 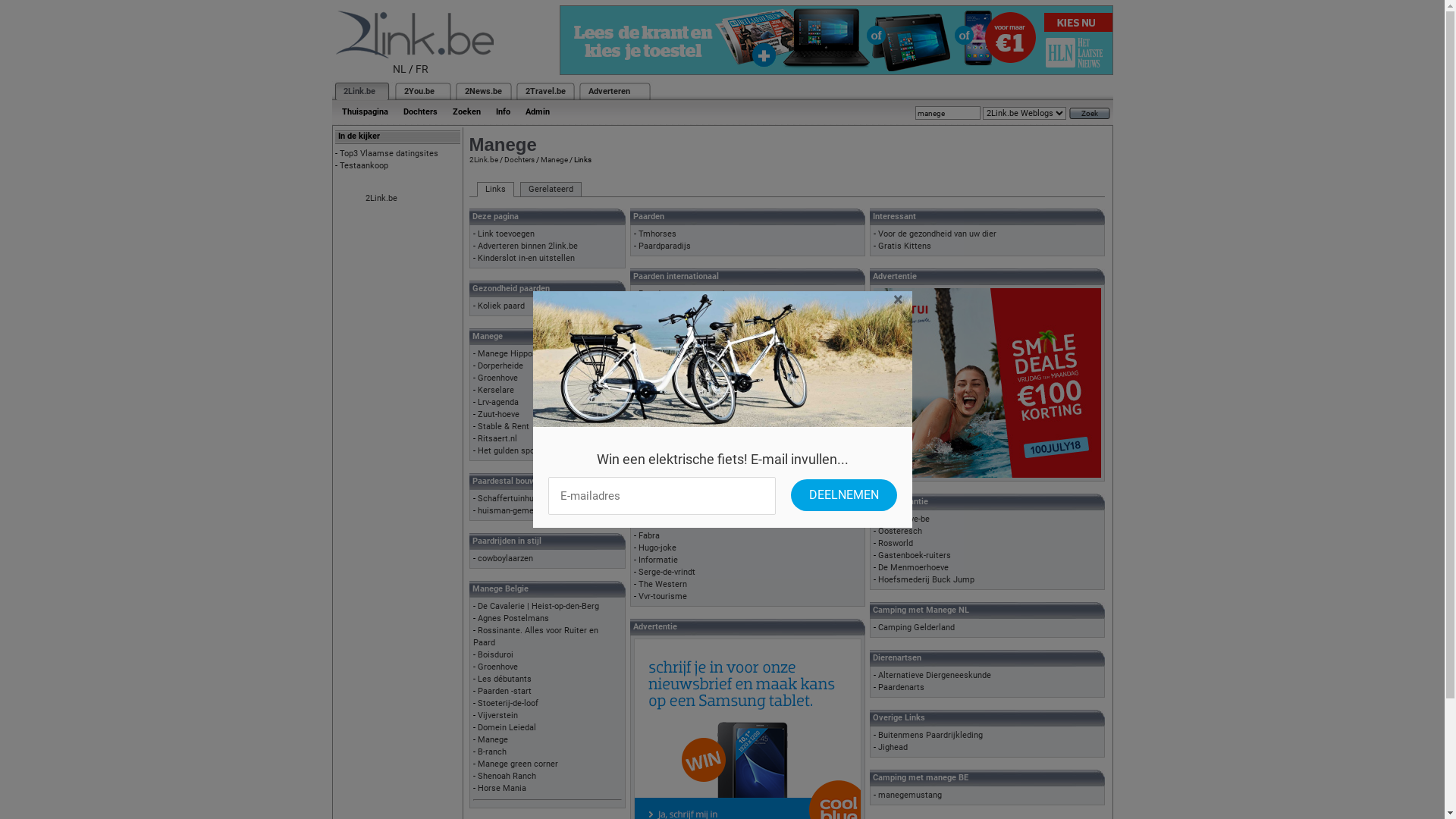 What do you see at coordinates (877, 530) in the screenshot?
I see `'Oosteresch'` at bounding box center [877, 530].